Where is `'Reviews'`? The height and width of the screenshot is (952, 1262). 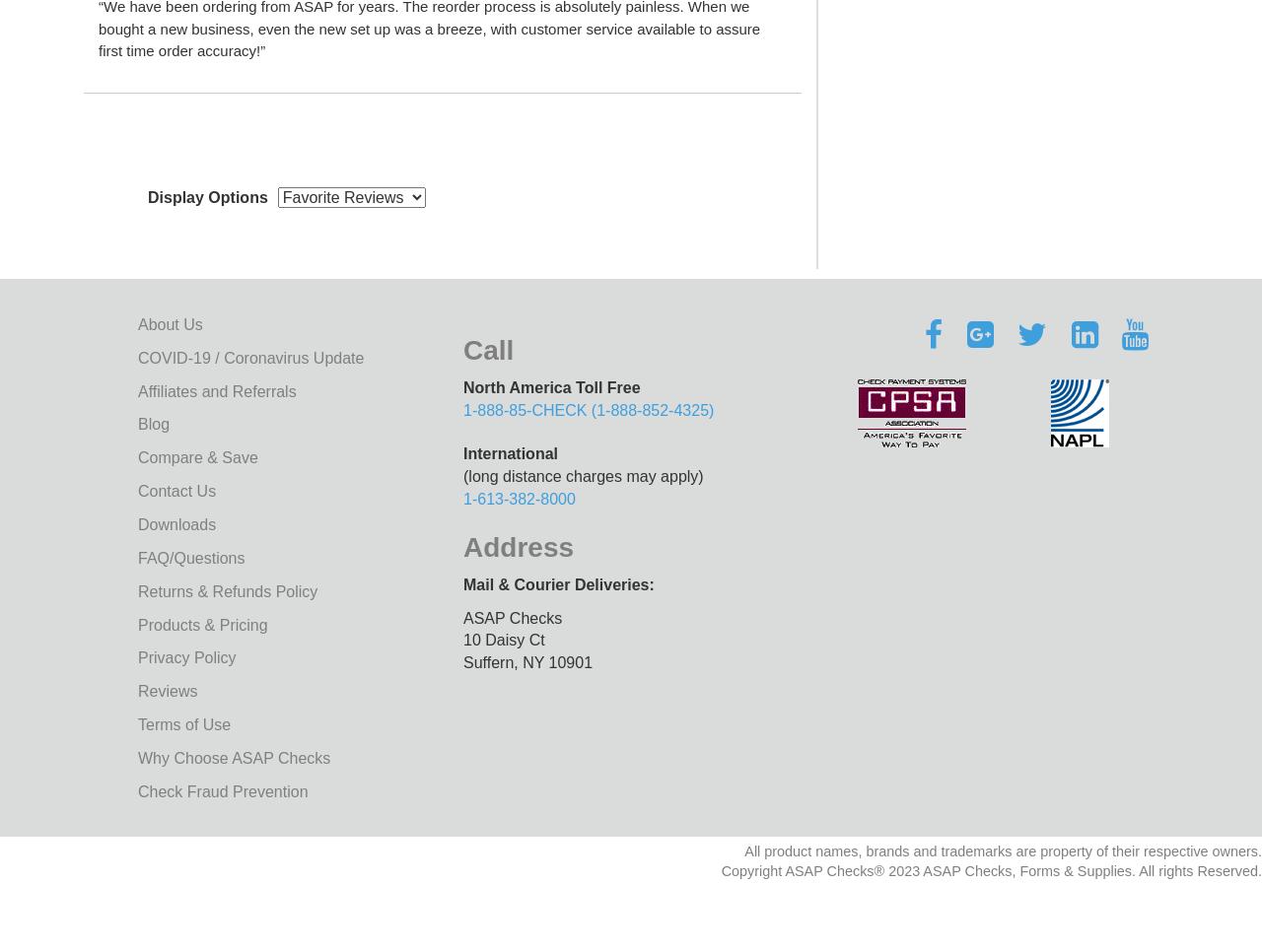
'Reviews' is located at coordinates (167, 690).